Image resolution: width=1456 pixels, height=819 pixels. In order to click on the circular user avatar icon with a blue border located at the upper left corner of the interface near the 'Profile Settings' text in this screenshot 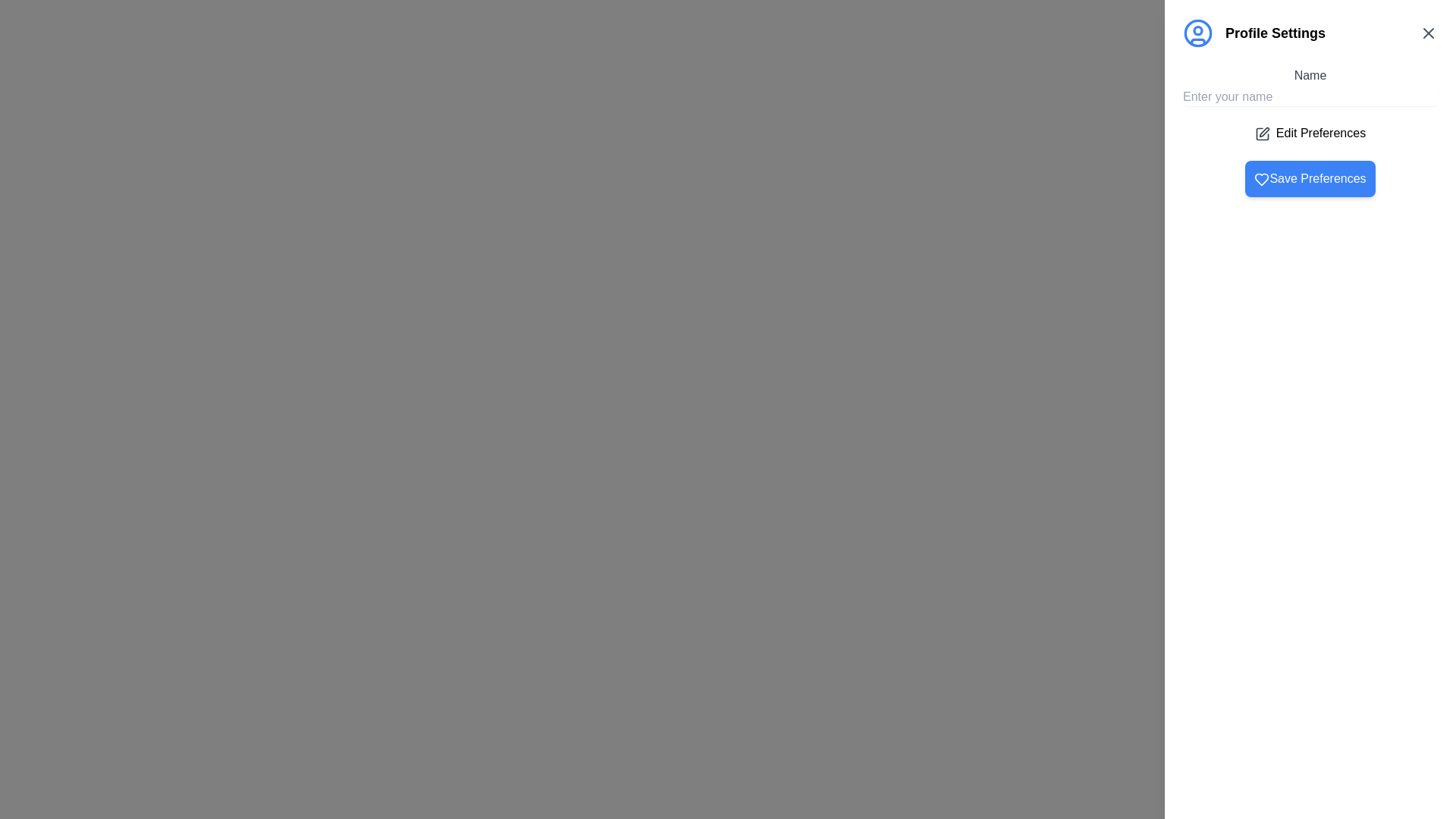, I will do `click(1197, 33)`.